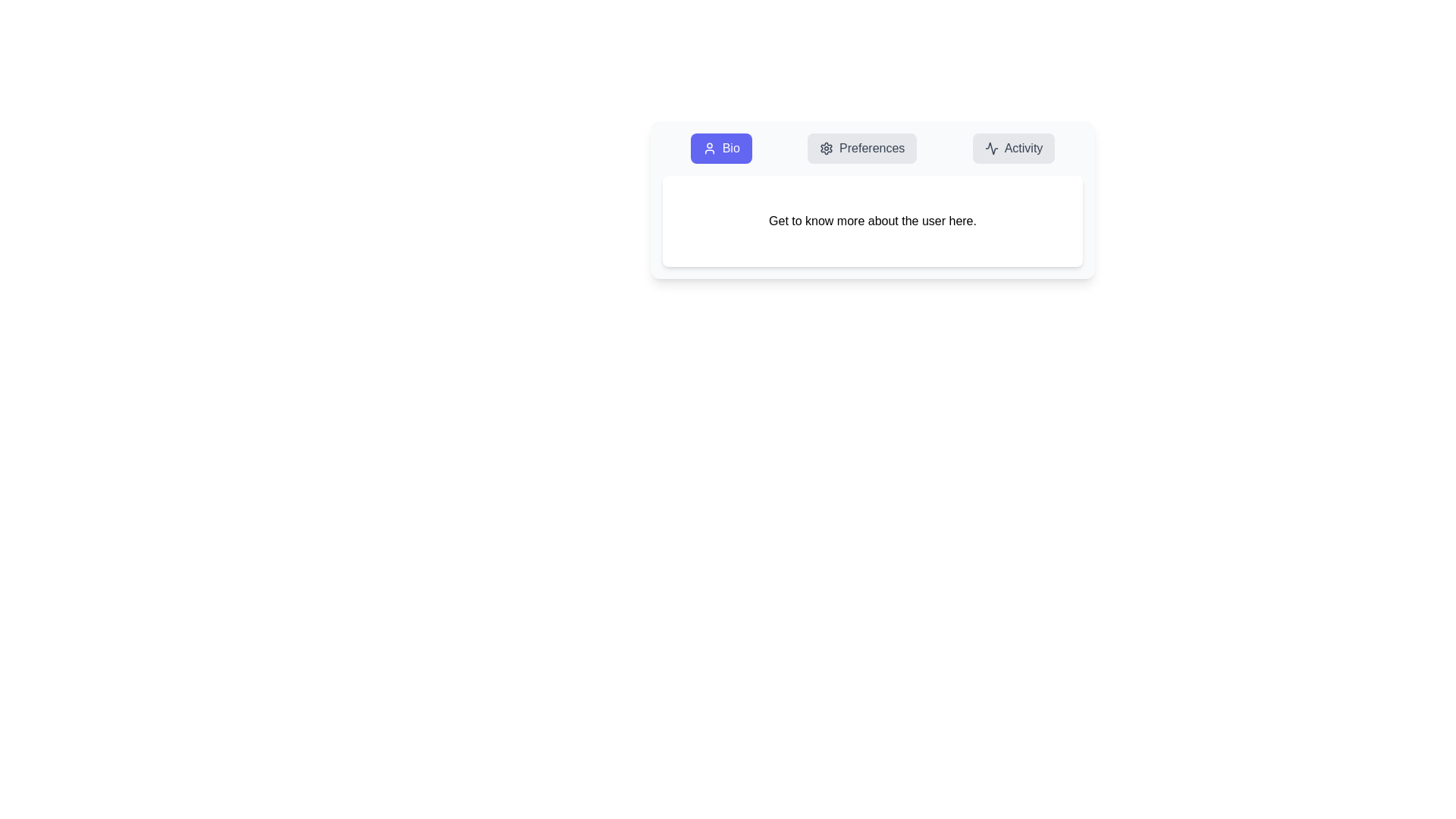 The width and height of the screenshot is (1456, 819). Describe the element at coordinates (1014, 149) in the screenshot. I see `the Activity tab by clicking on its button` at that location.